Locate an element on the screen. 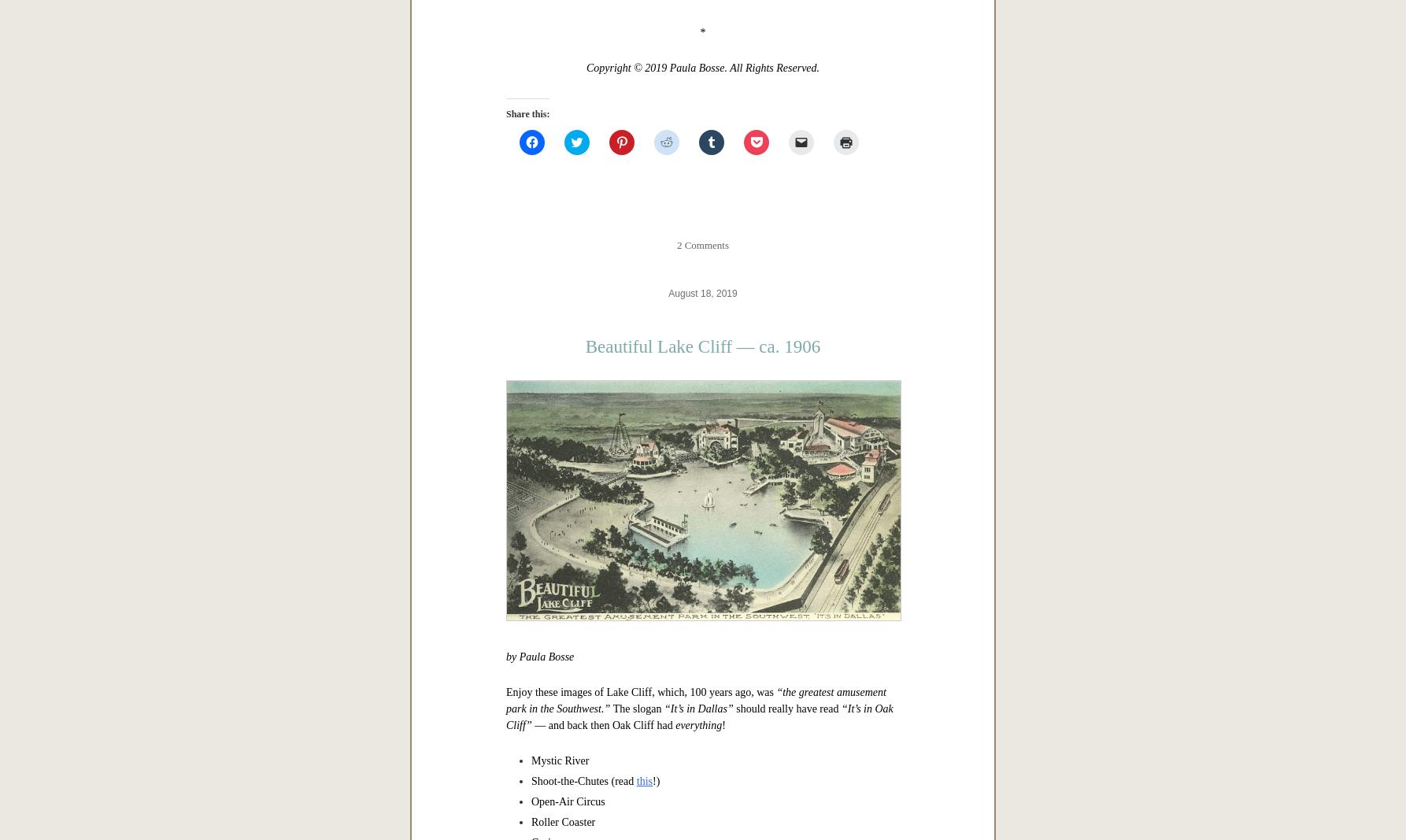 Image resolution: width=1406 pixels, height=840 pixels. '— and back then Oak Cliff had' is located at coordinates (602, 724).